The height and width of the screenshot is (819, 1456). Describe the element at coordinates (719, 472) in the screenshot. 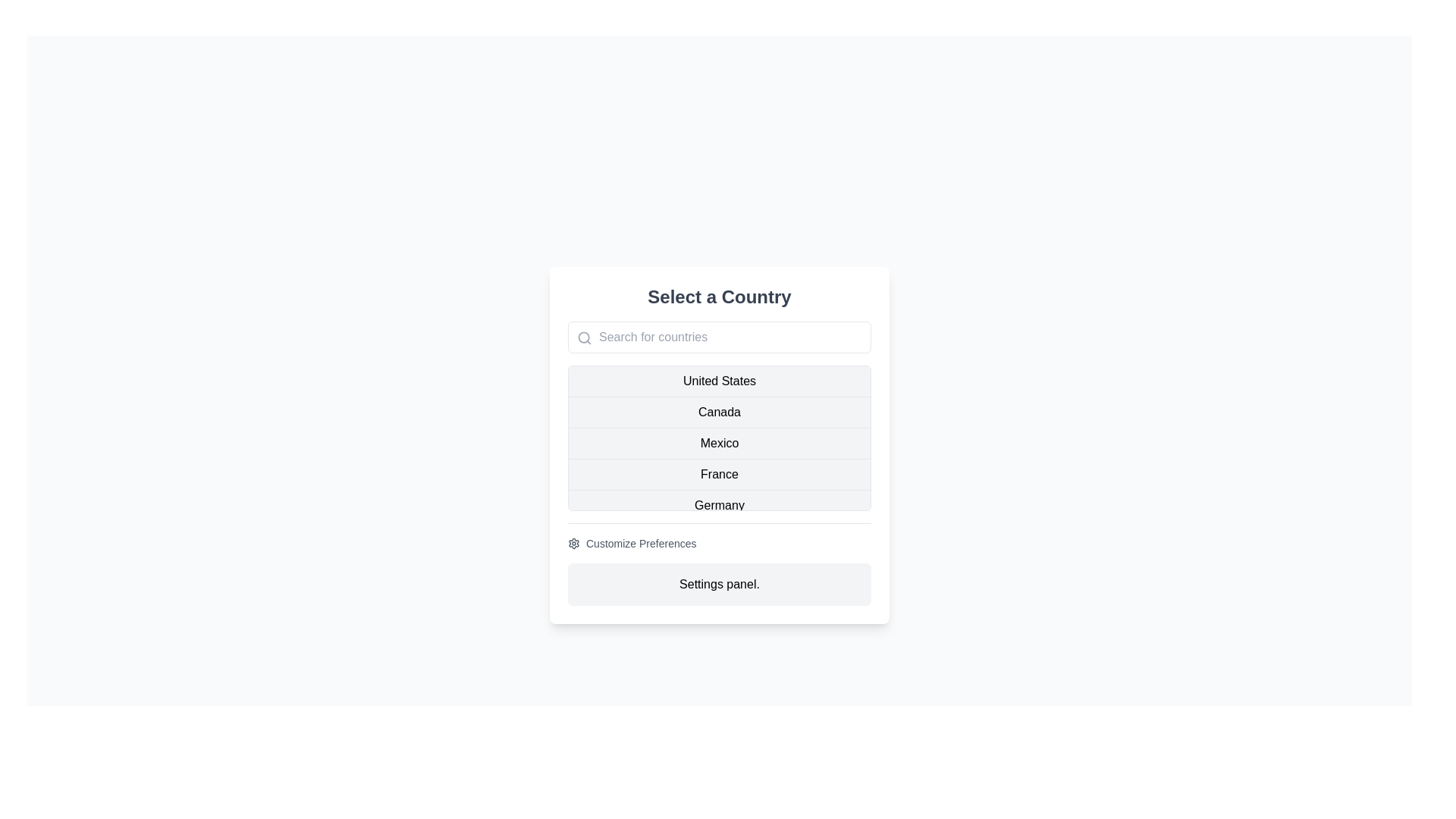

I see `the dropdown list item labeled 'France' which is the fourth option in the country selection dropdown` at that location.